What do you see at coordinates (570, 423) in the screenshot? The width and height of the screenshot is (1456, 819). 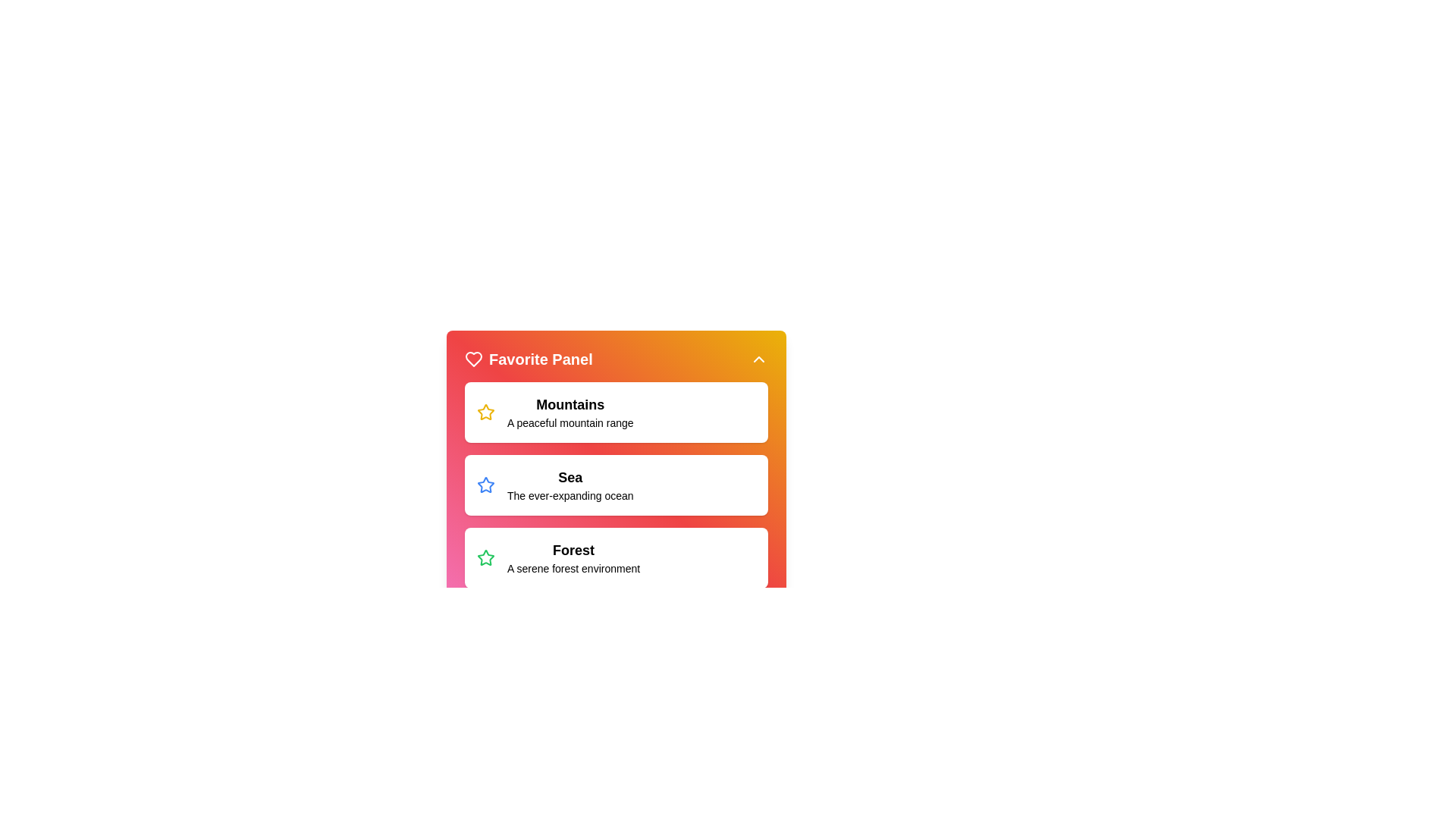 I see `the text label providing a descriptive subtitle for the 'Mountains' entry in the 'Favorite Panel', which is positioned directly underneath the 'Mountains' label` at bounding box center [570, 423].